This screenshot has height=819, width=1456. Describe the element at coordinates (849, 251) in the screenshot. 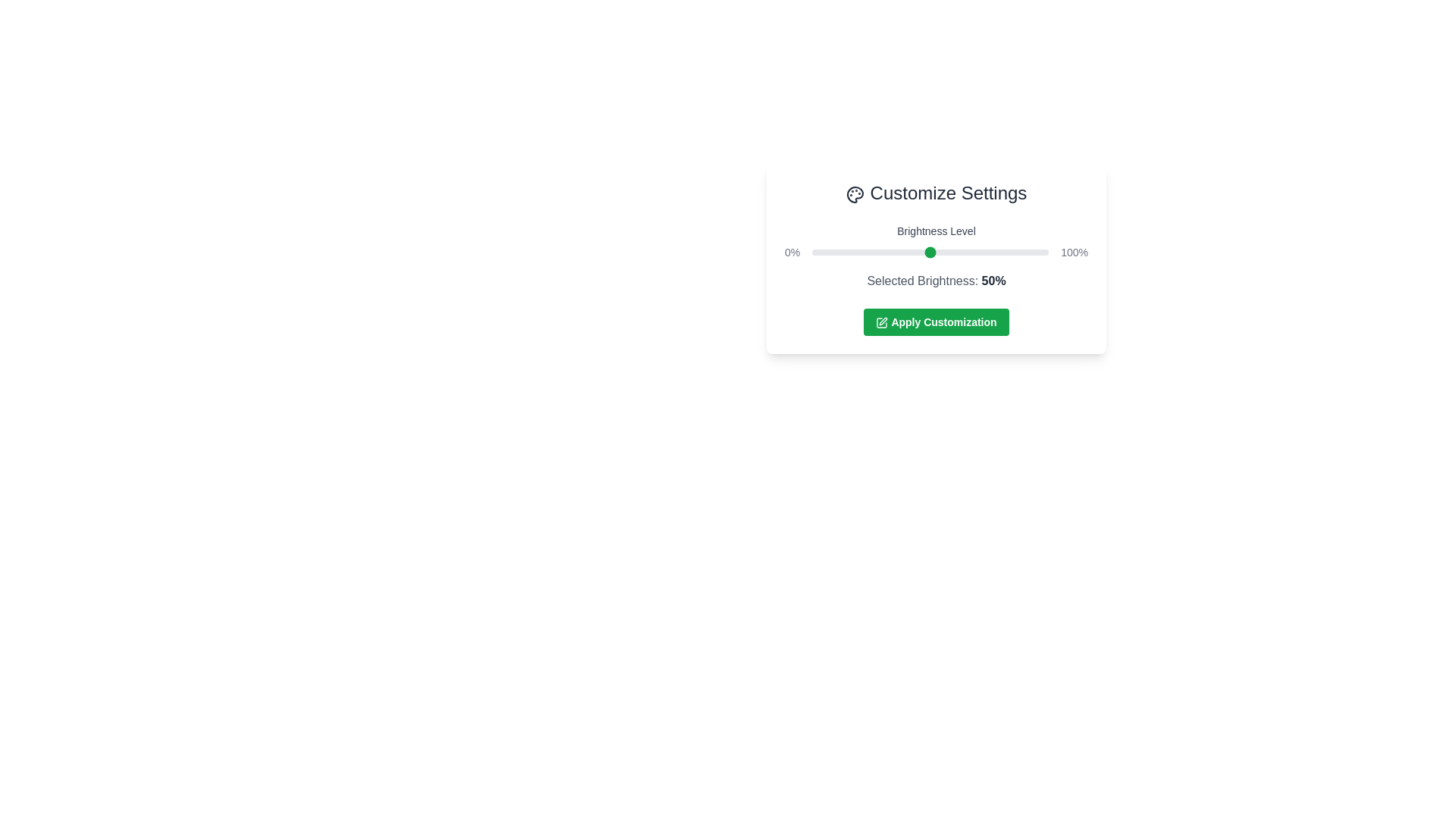

I see `the brightness` at that location.